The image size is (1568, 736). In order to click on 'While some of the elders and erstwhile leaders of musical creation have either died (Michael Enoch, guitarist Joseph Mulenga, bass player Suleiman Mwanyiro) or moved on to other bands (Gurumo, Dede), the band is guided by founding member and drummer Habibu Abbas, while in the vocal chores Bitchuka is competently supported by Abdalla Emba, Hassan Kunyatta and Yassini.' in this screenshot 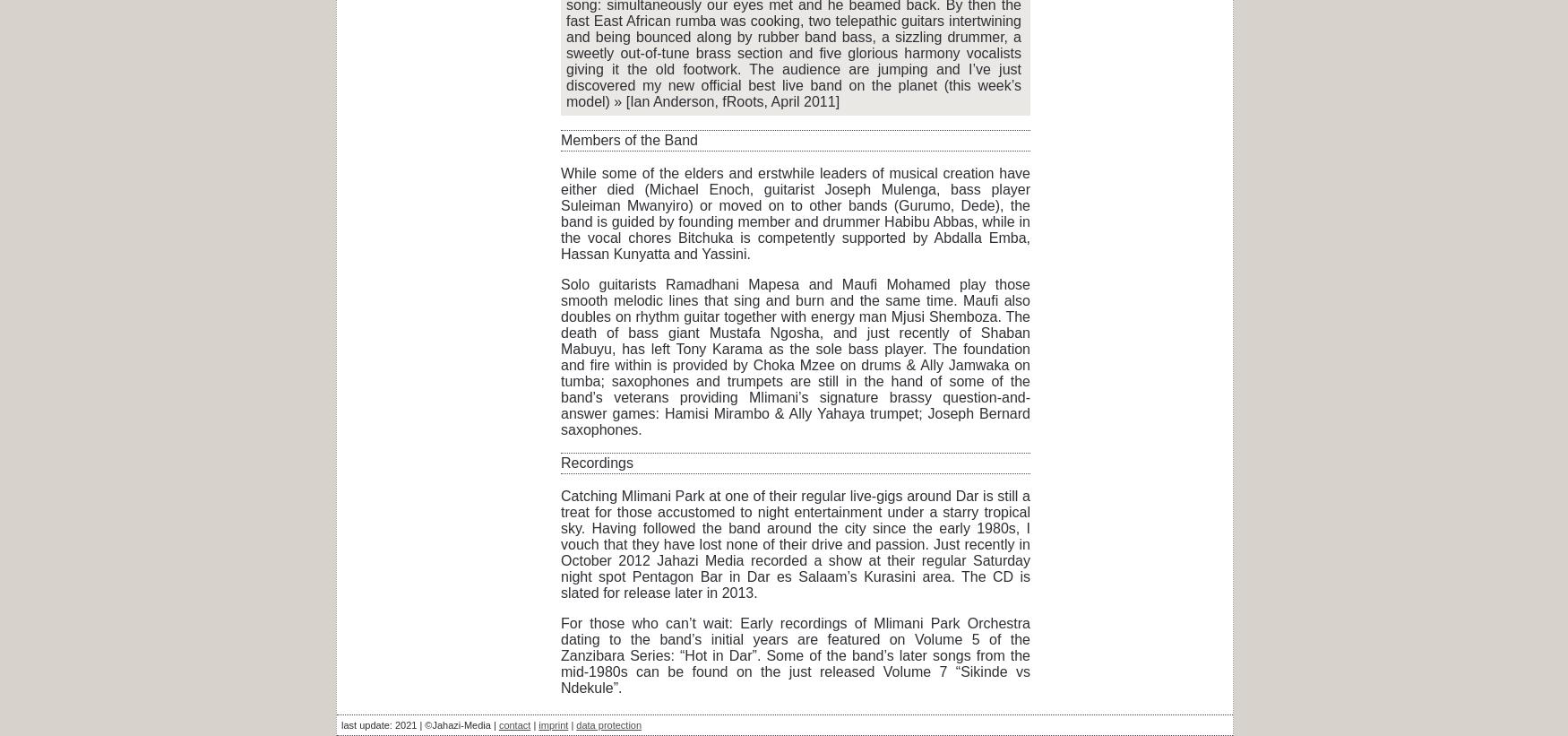, I will do `click(560, 213)`.